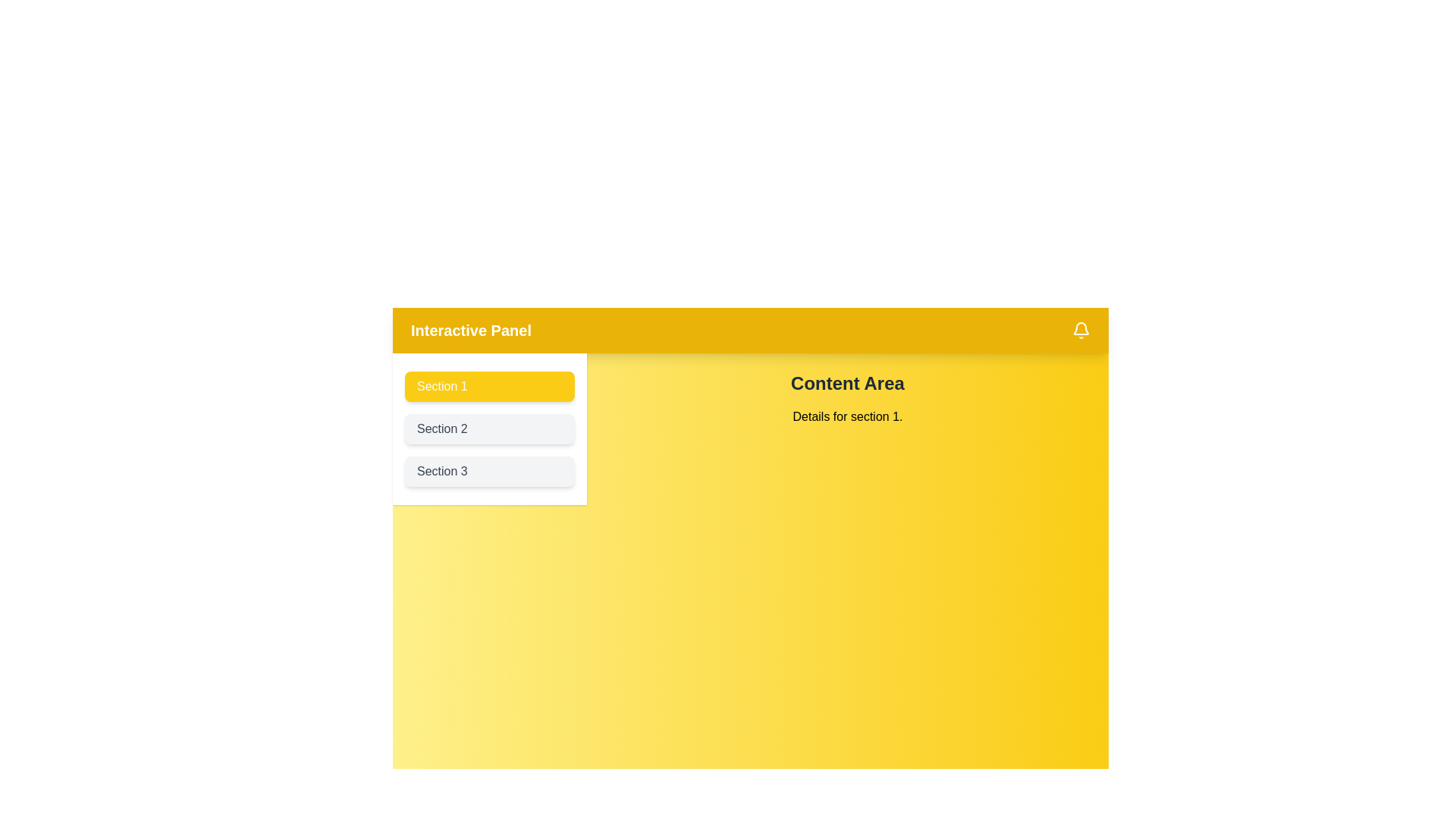  Describe the element at coordinates (1080, 329) in the screenshot. I see `the notification bell icon located in the top-right corner of the yellow header bar labeled 'Interactive Panel'` at that location.